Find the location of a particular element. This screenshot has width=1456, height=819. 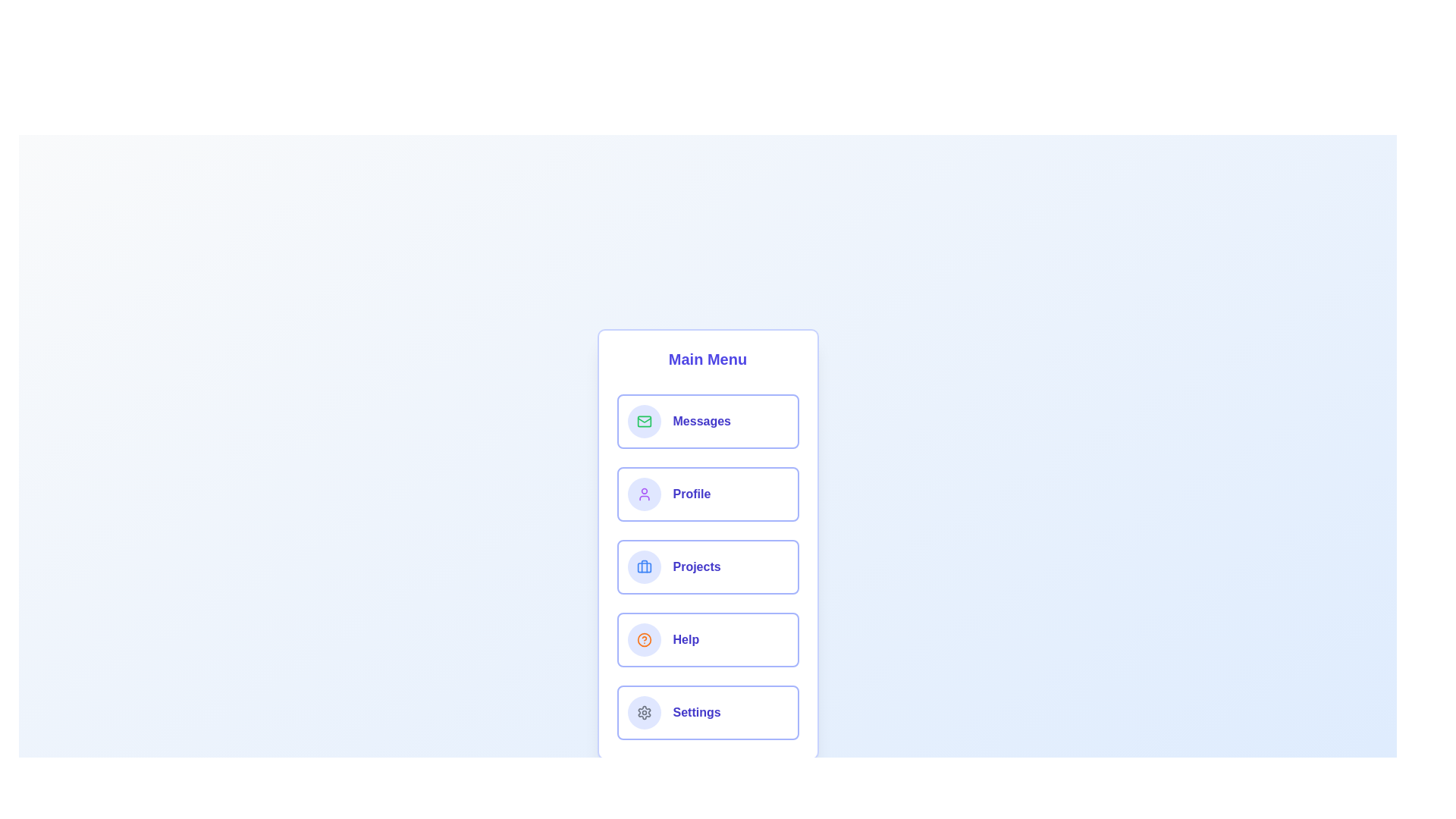

the icon corresponding to Projects by clicking on it is located at coordinates (644, 567).